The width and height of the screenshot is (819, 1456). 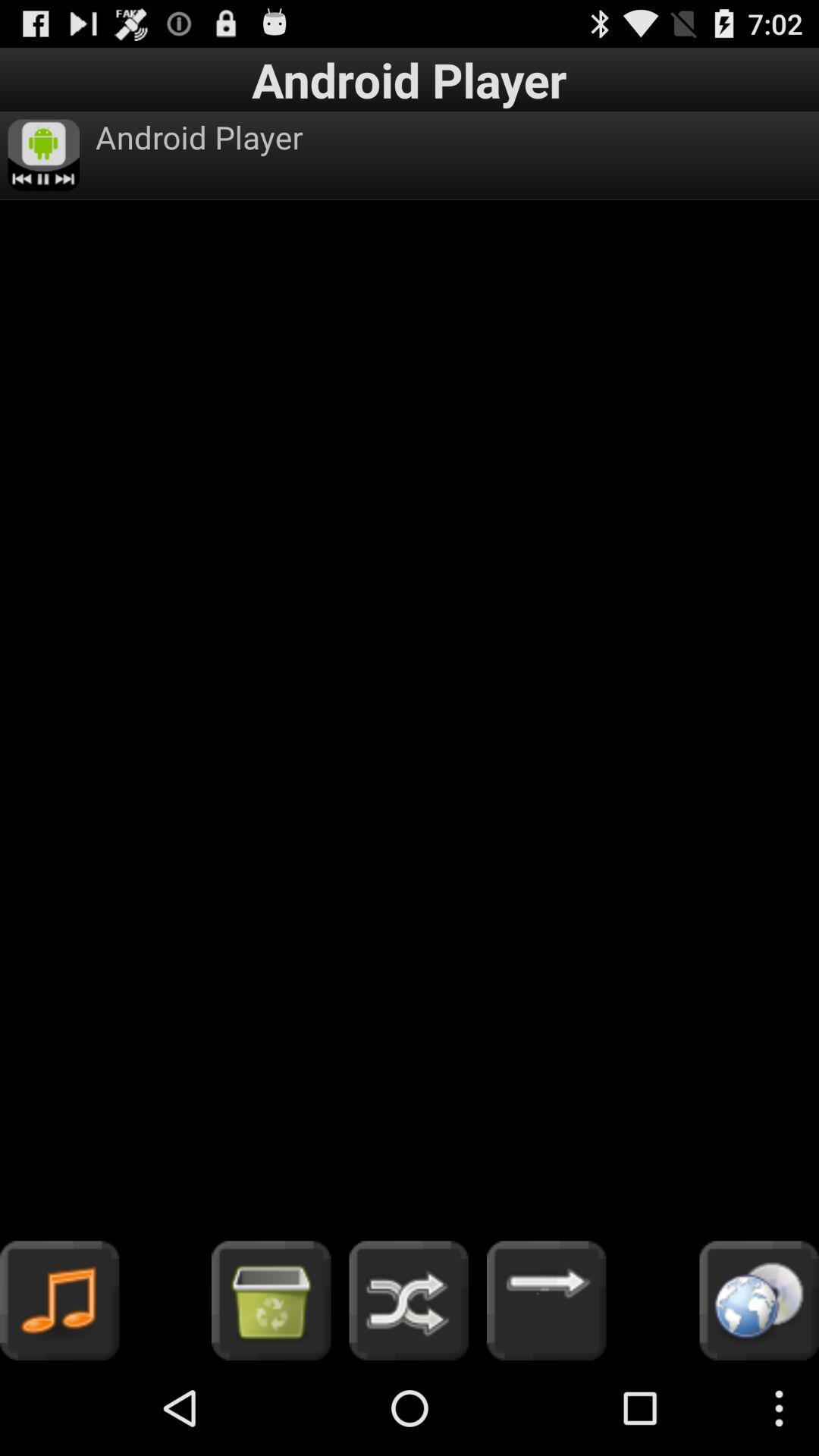 I want to click on the arrow_forward icon, so click(x=546, y=1392).